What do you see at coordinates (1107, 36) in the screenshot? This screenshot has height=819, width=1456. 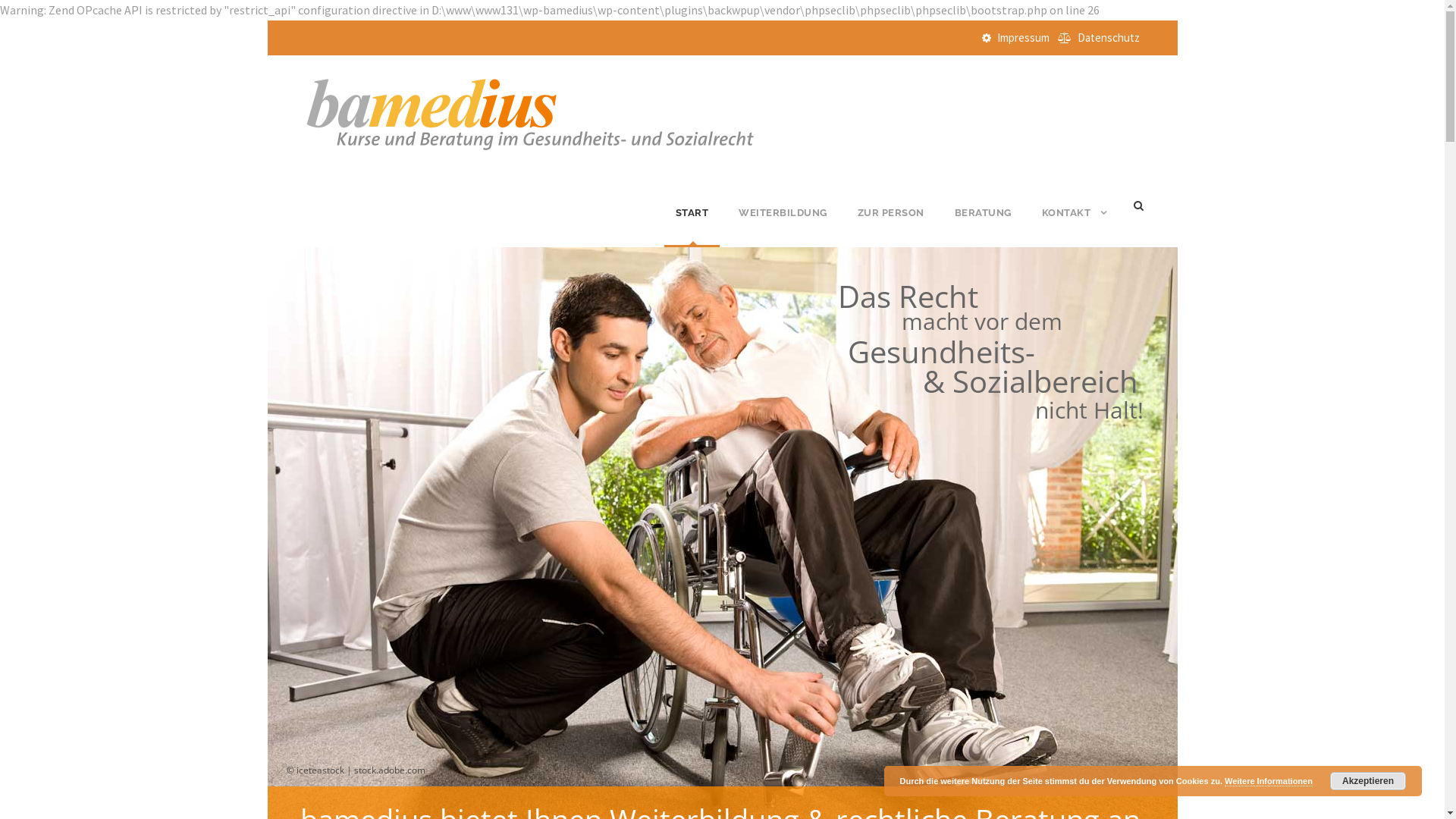 I see `'Datenschutz'` at bounding box center [1107, 36].